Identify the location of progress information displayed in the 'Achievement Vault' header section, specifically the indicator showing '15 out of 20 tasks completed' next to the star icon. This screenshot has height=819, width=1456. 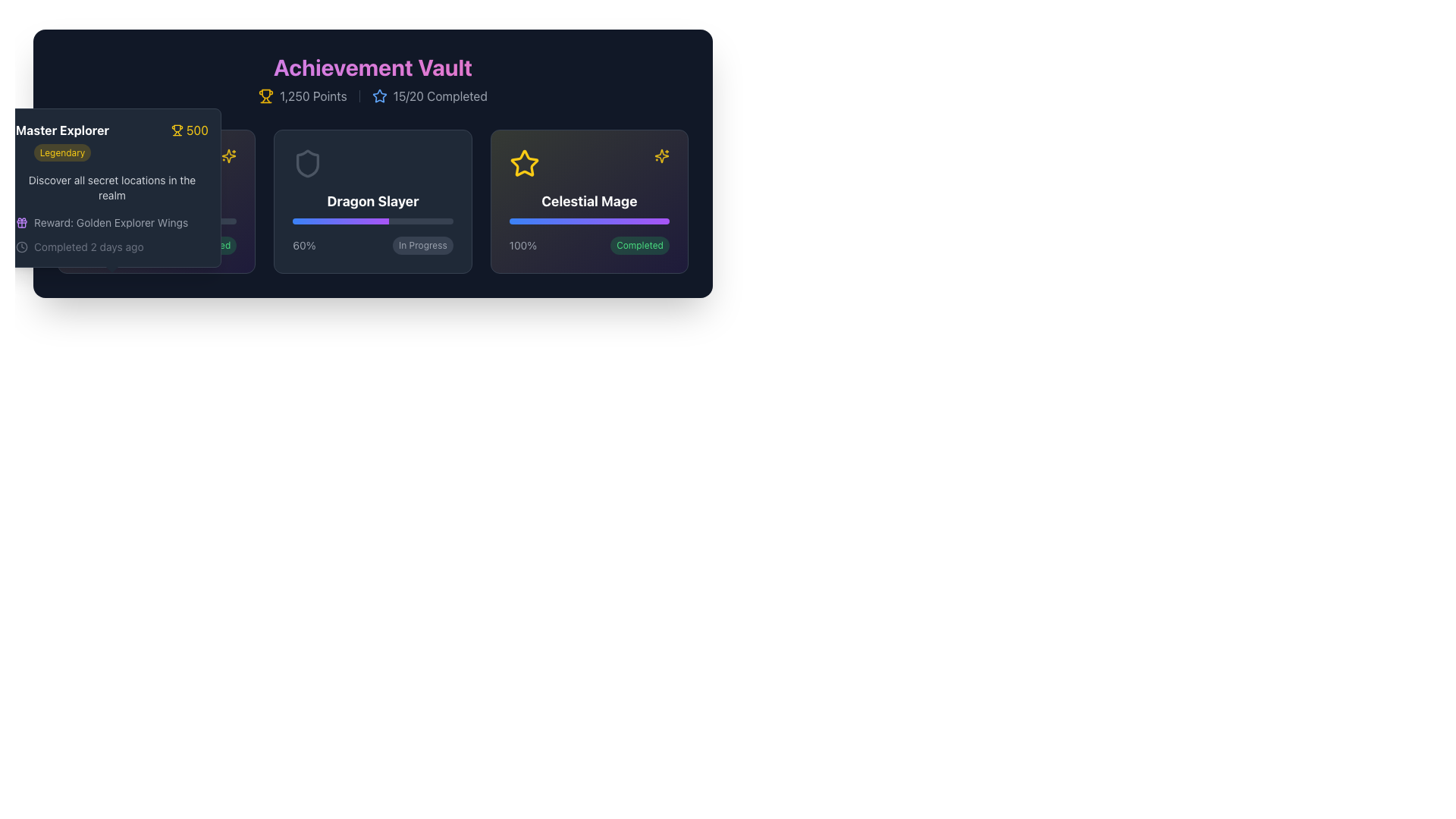
(428, 96).